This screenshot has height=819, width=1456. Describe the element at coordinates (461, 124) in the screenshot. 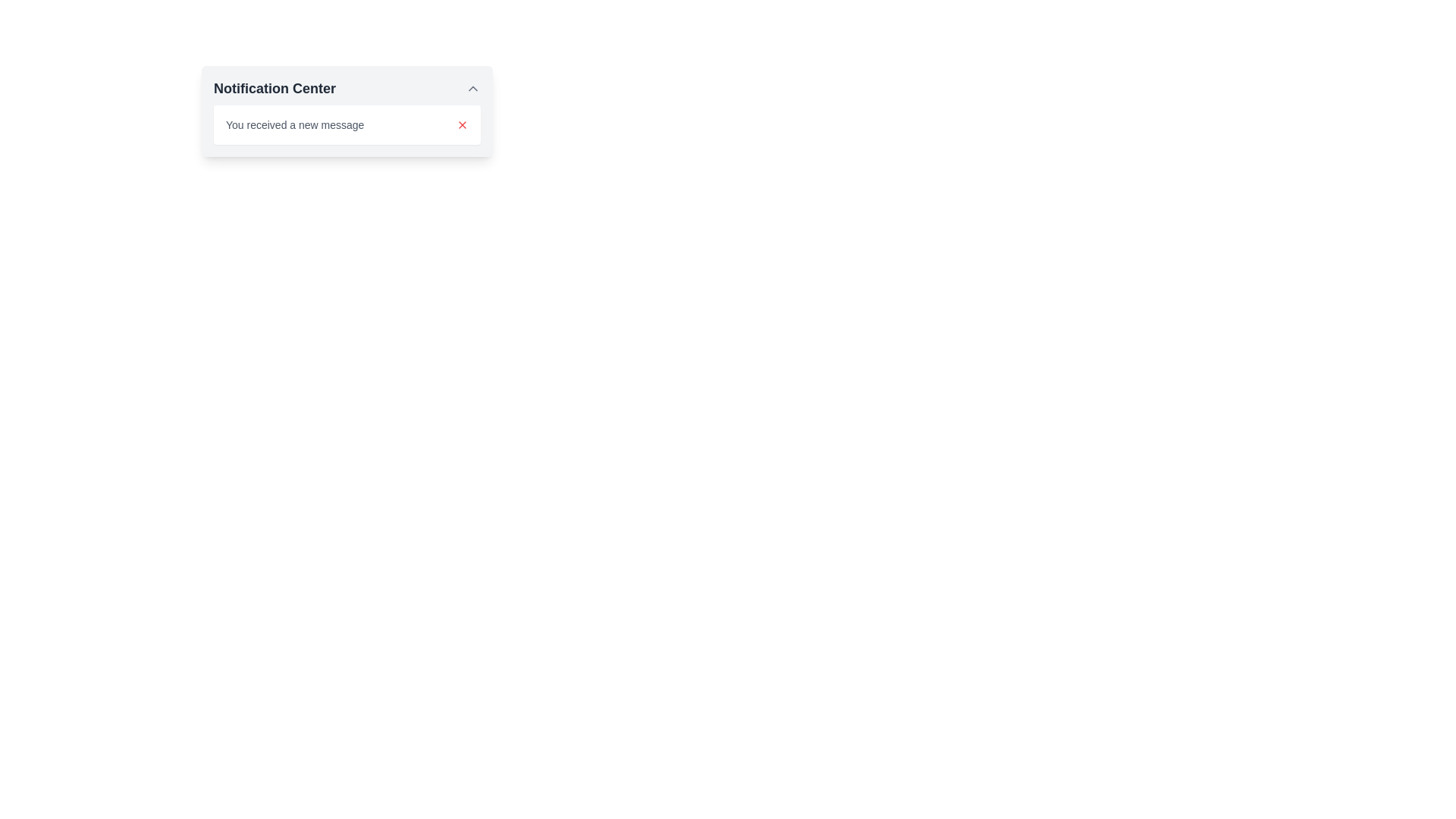

I see `the red close icon represented by an 'X' shape located in the top-right section of the notification panel to trigger the hover effect` at that location.